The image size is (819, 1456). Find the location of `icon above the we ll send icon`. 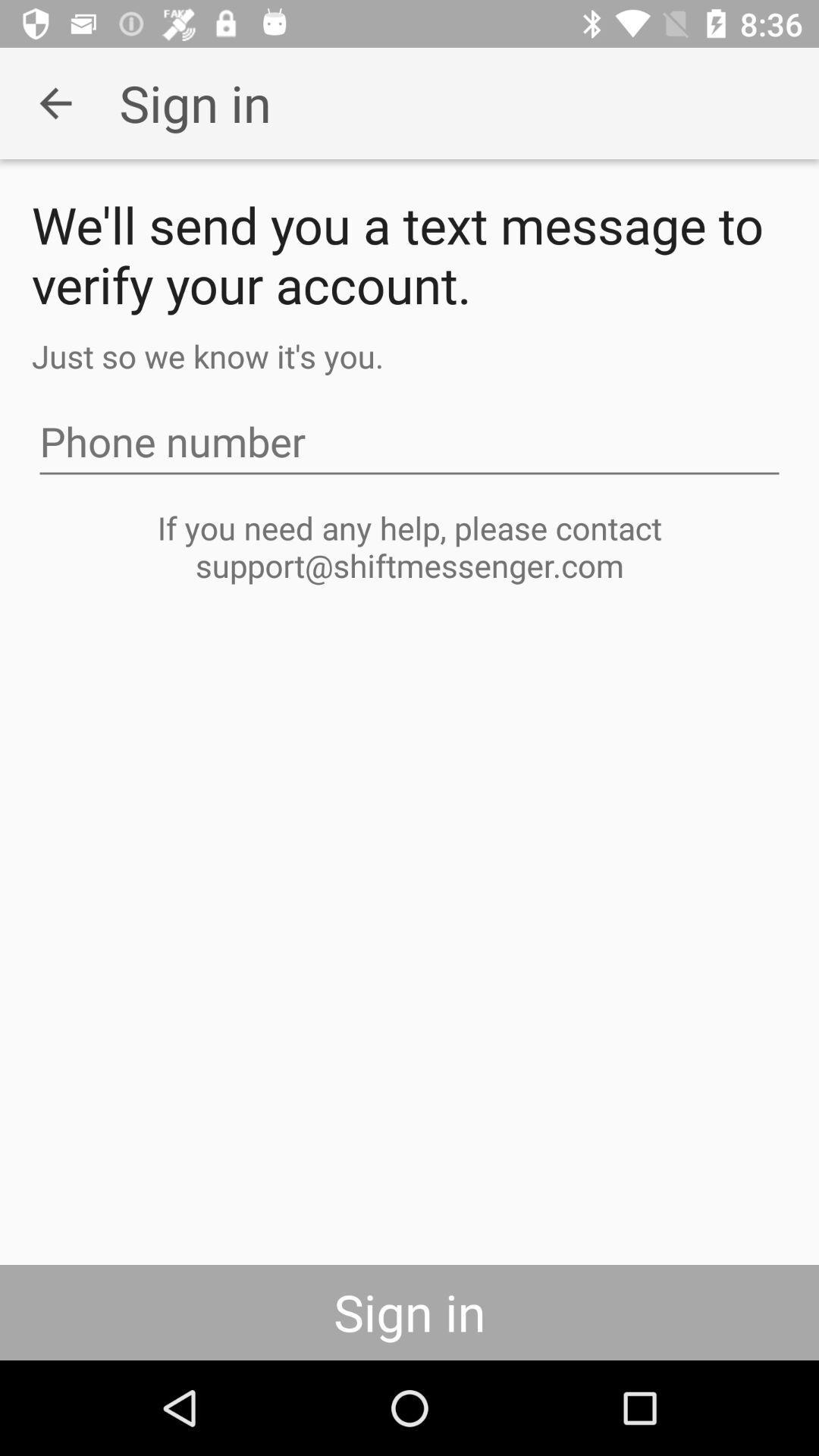

icon above the we ll send icon is located at coordinates (55, 102).